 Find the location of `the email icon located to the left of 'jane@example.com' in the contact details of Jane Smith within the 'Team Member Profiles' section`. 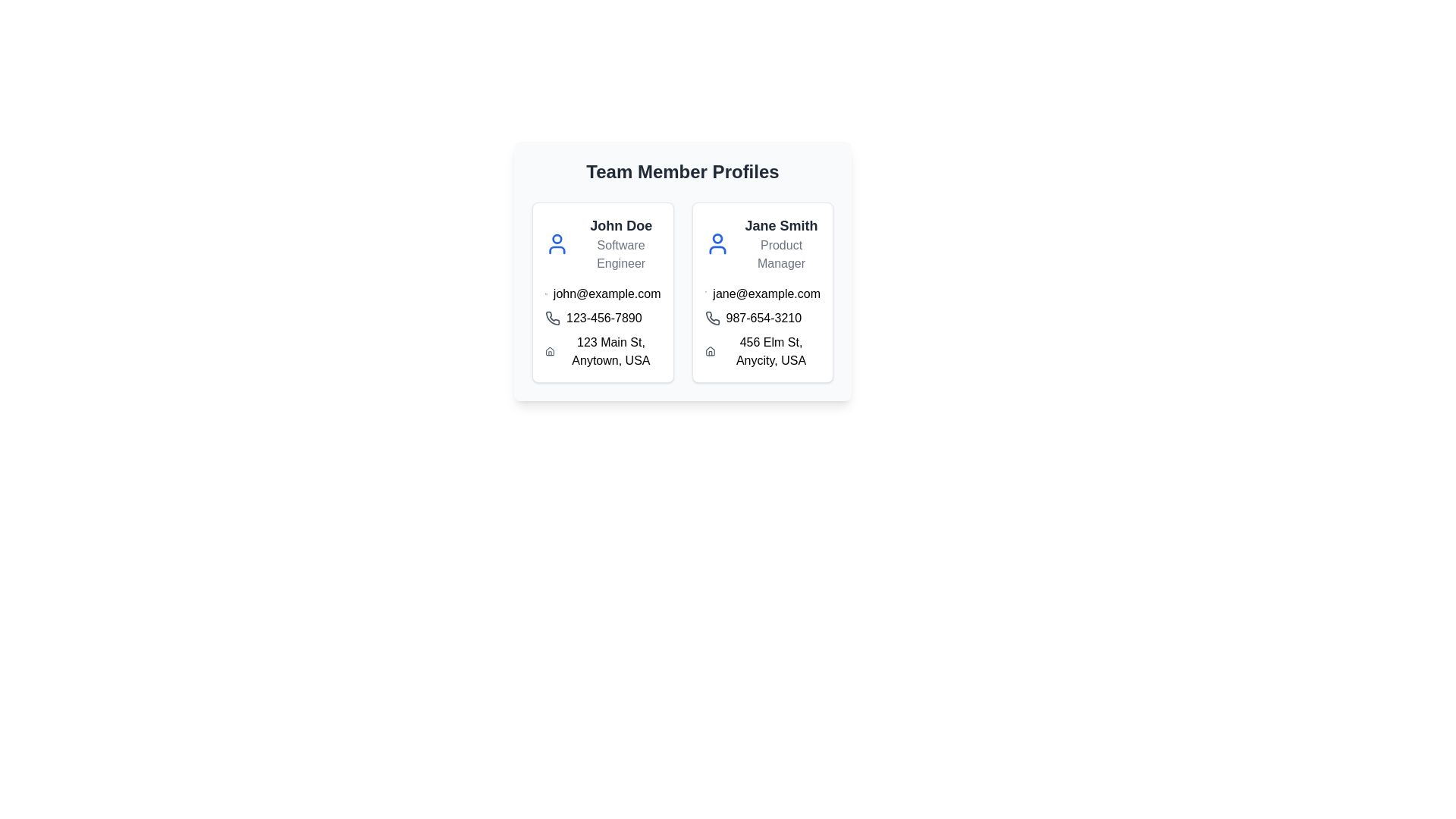

the email icon located to the left of 'jane@example.com' in the contact details of Jane Smith within the 'Team Member Profiles' section is located at coordinates (705, 294).